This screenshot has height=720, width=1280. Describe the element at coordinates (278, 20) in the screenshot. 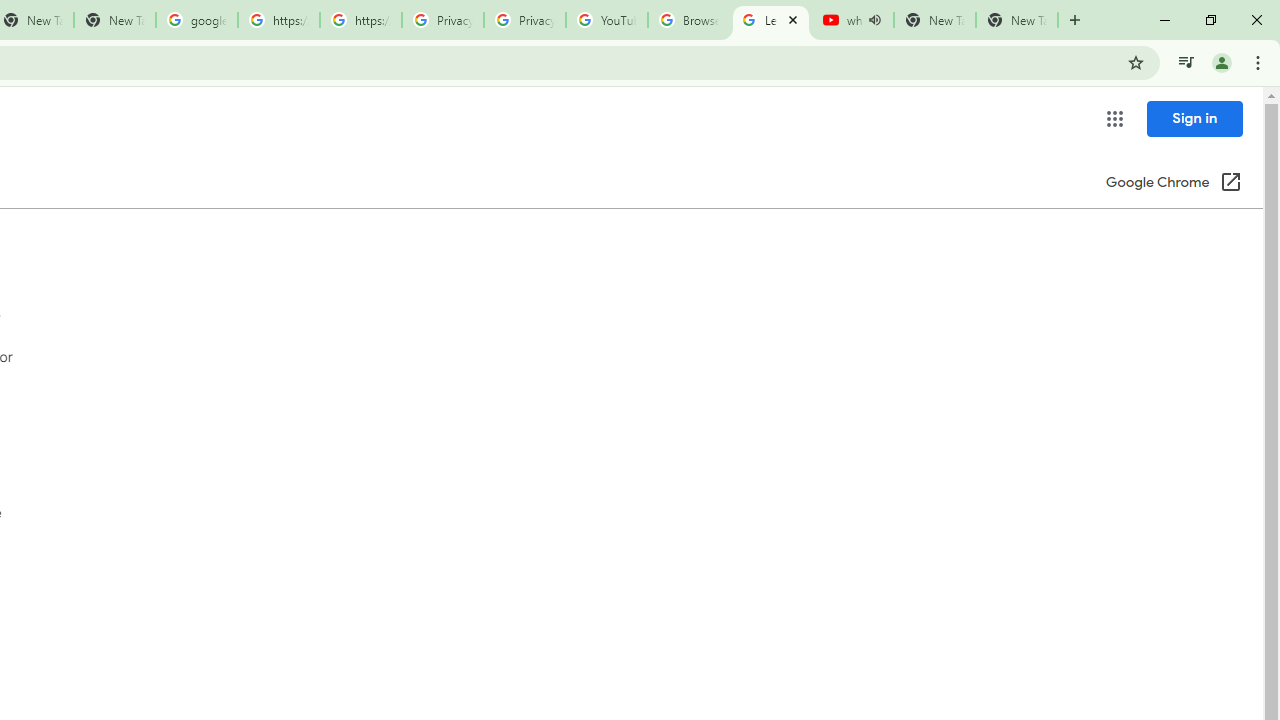

I see `'https://scholar.google.com/'` at that location.